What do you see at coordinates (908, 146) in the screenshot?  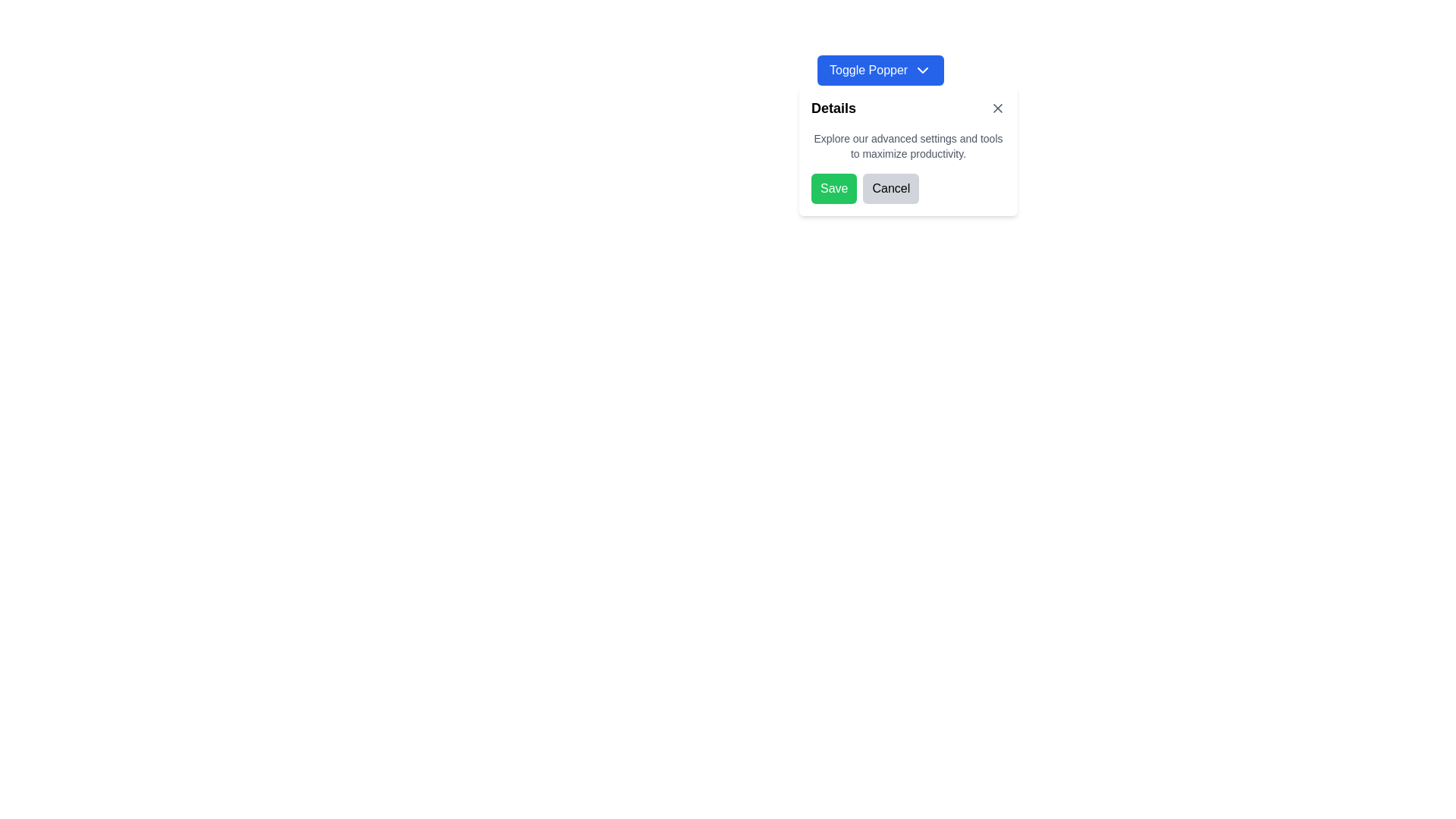 I see `the Text Label that provides additional context or instructions about the purpose of the settings, located below the 'Details' header and above the 'Save' and 'Cancel' buttons` at bounding box center [908, 146].